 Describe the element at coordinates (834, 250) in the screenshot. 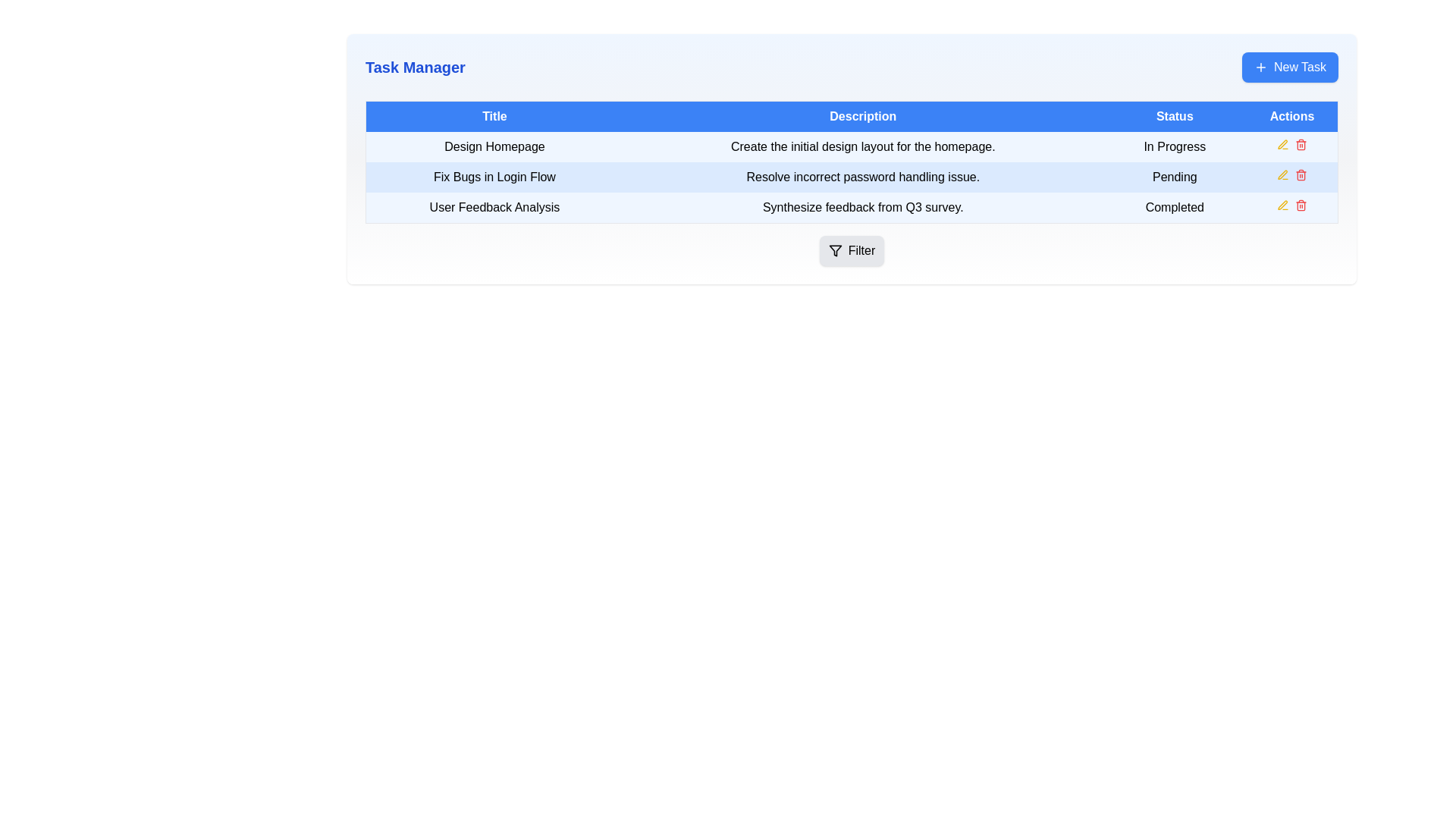

I see `the filter icon located in the button with the text label 'Filter' positioned in the right portion of the interface below the table layout` at that location.